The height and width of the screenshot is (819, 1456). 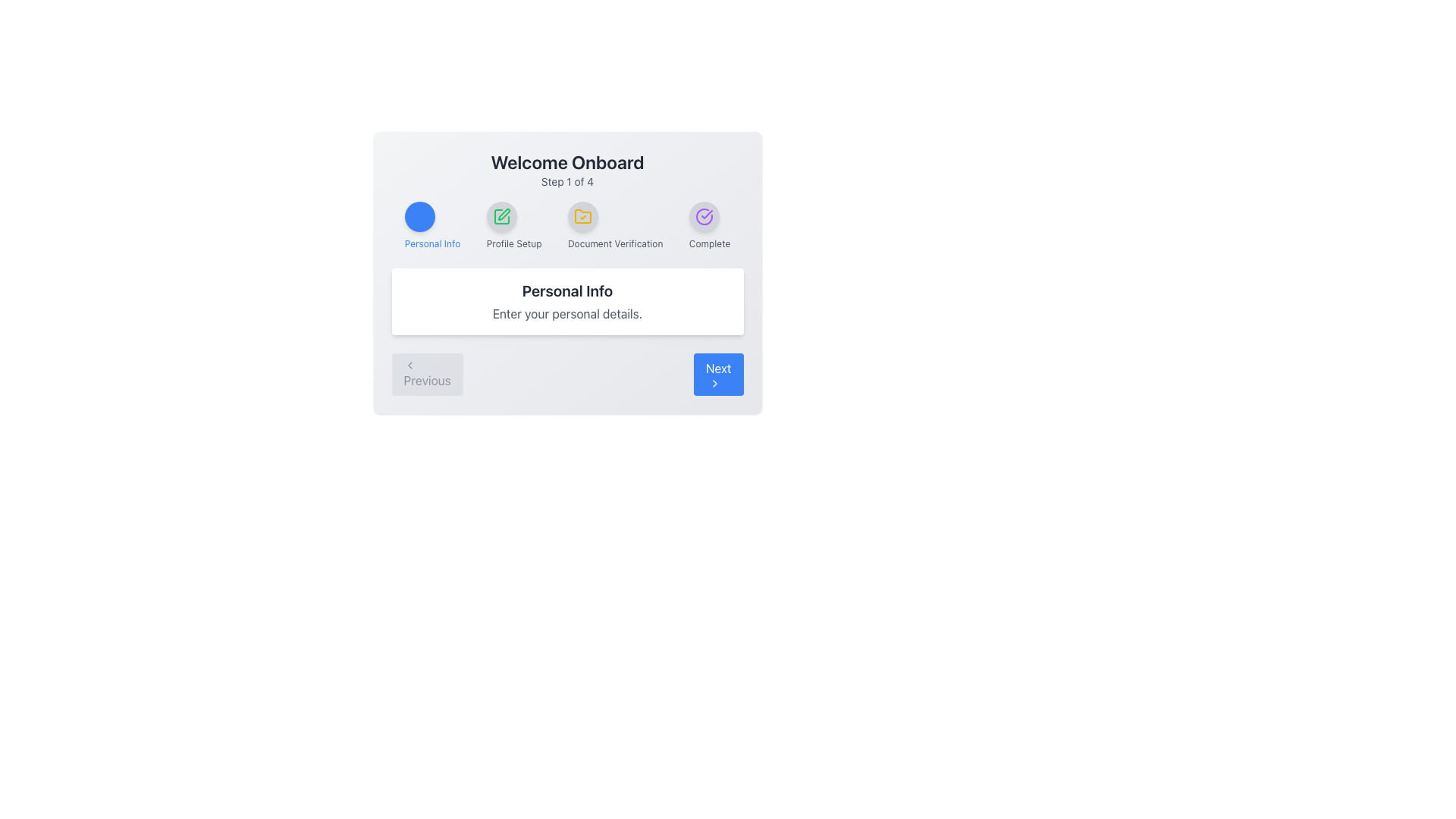 What do you see at coordinates (431, 243) in the screenshot?
I see `the 'Personal Info' Text Label located near the top-left of the main interface panel, below the circular blue icon` at bounding box center [431, 243].